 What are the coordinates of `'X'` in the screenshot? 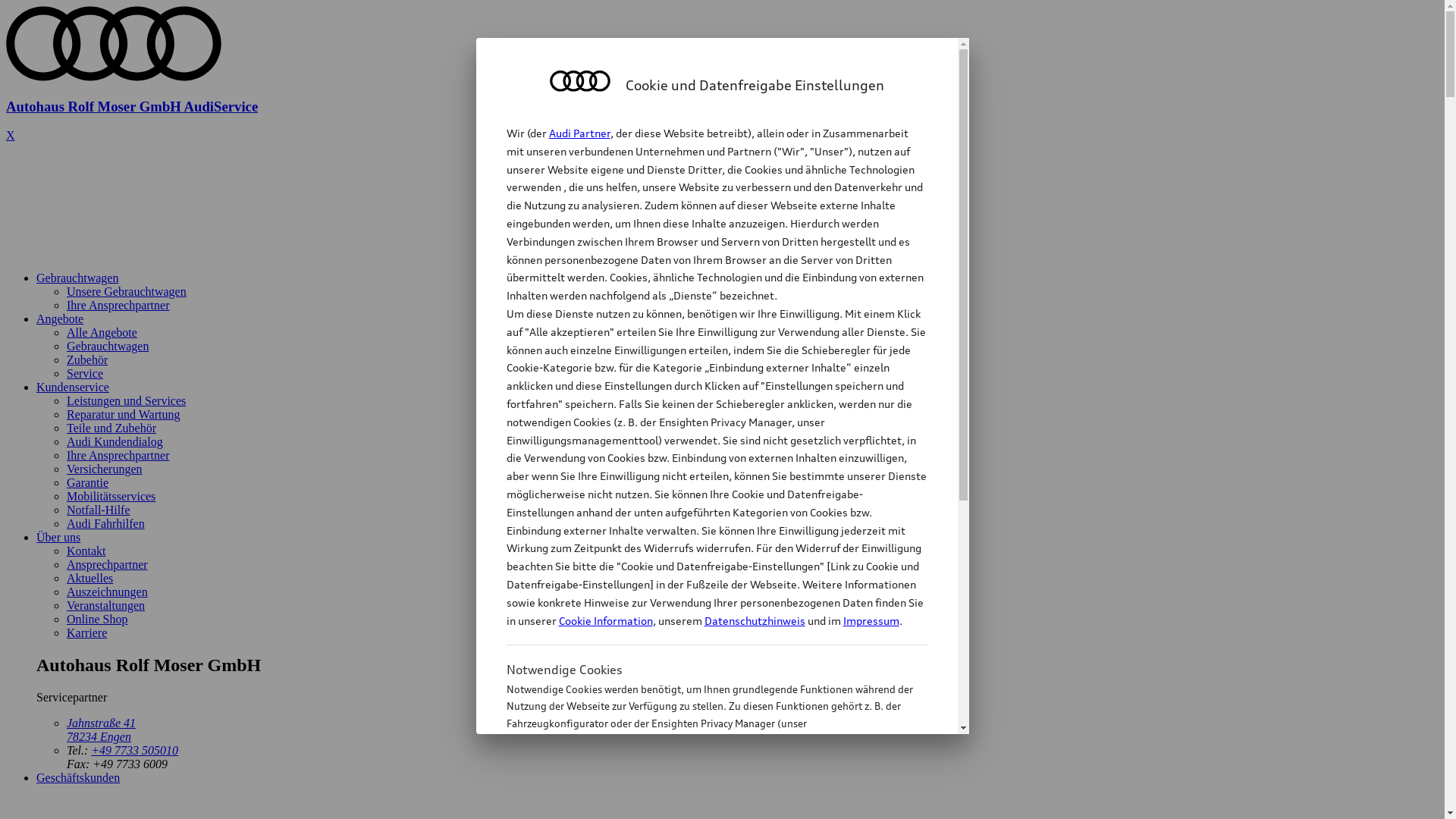 It's located at (11, 134).